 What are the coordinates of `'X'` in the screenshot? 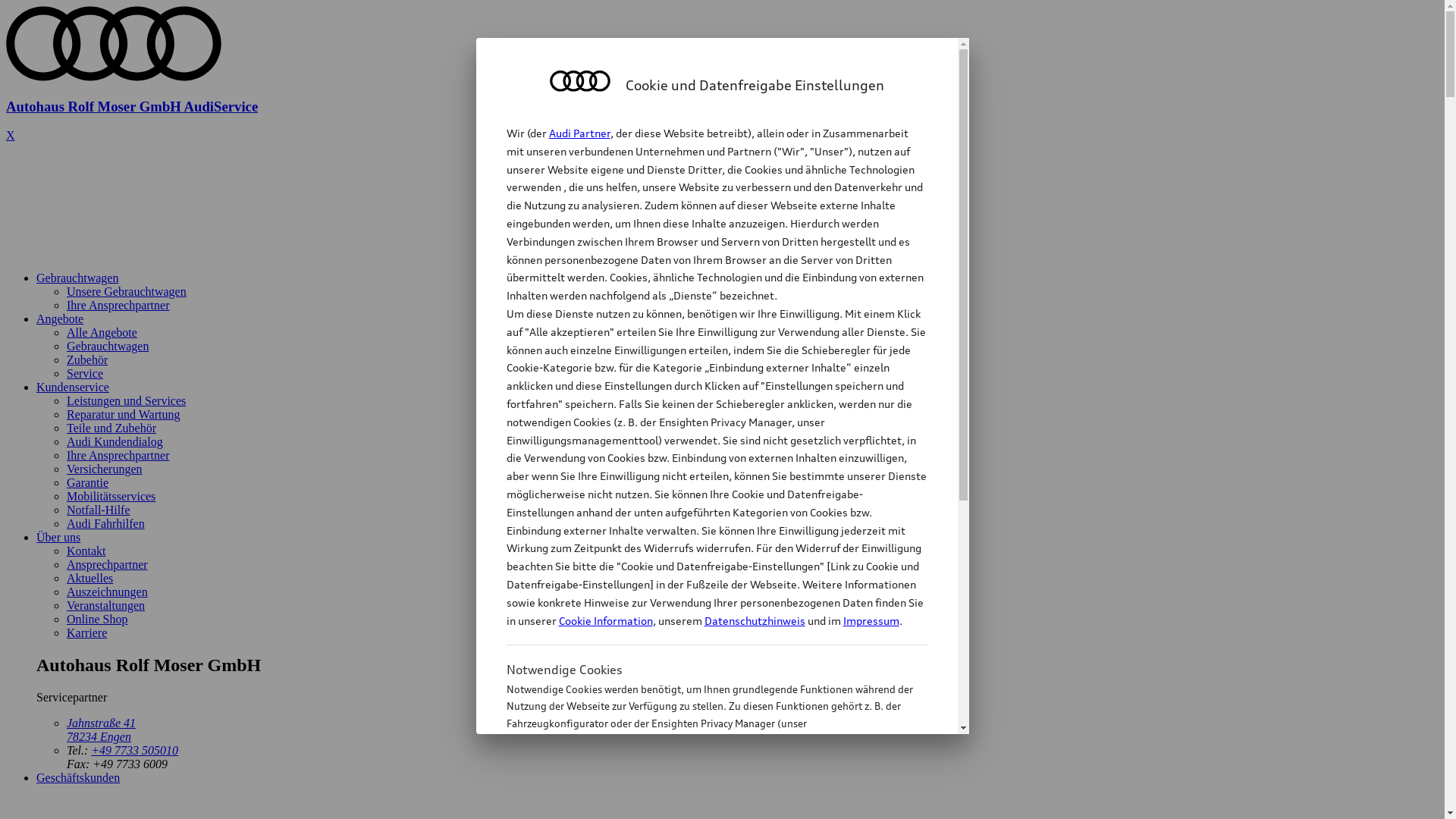 It's located at (11, 134).